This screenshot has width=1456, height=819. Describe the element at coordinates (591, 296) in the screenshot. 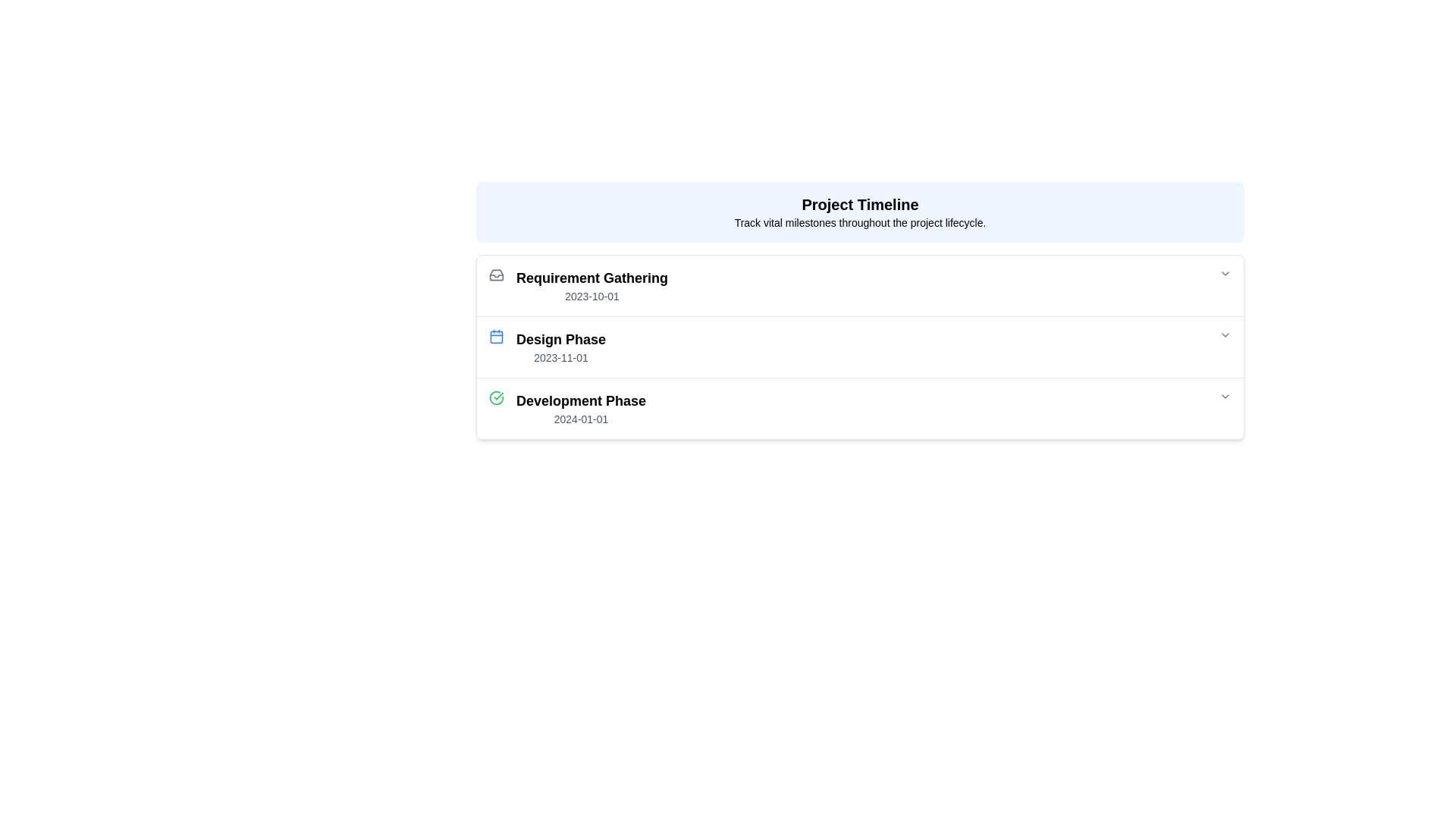

I see `the static text label displaying the date '2023-10-01', which is located below the bold text 'Requirement Gathering' in the project phases list` at that location.